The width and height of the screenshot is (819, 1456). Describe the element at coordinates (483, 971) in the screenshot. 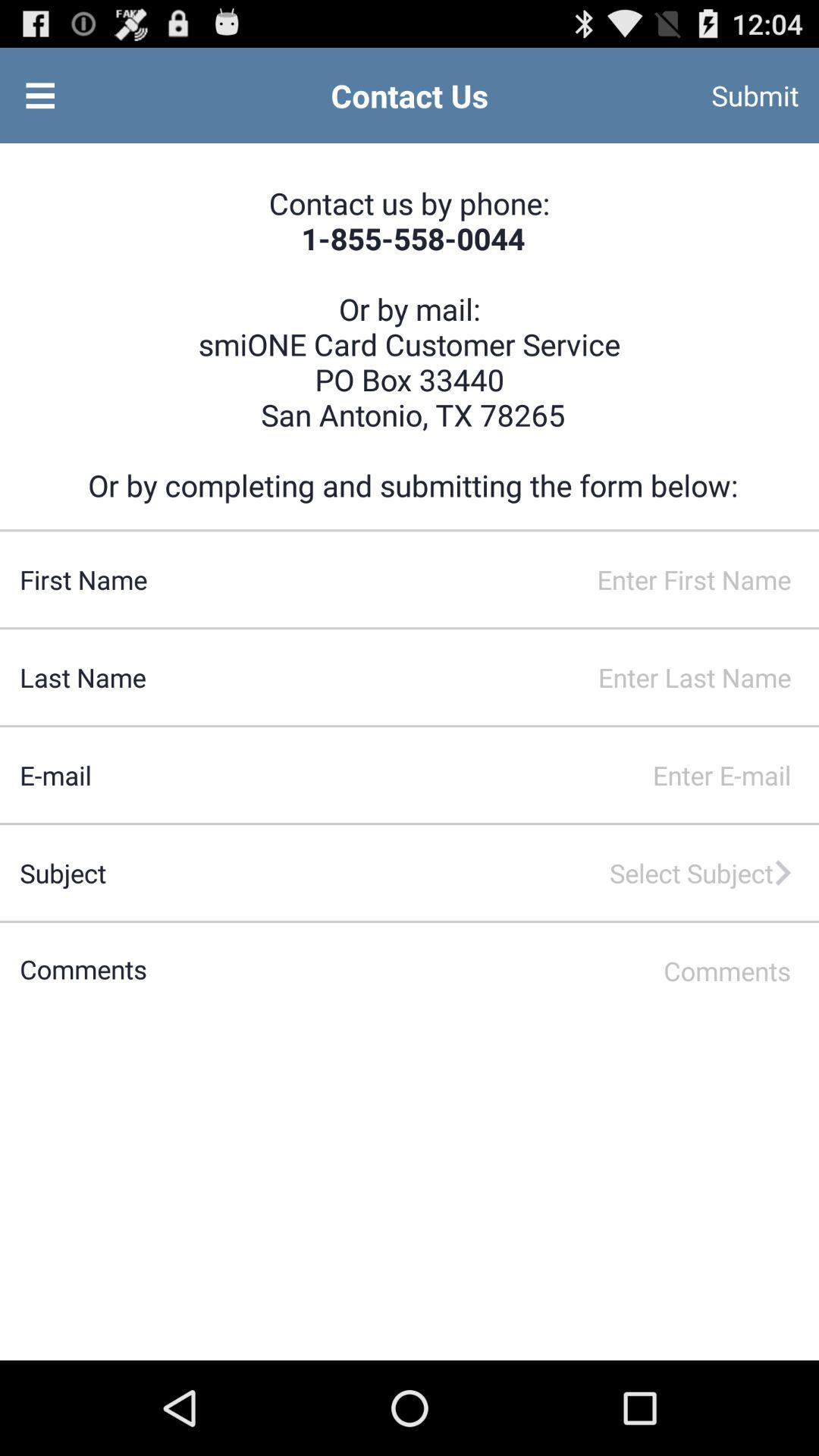

I see `type in comments` at that location.